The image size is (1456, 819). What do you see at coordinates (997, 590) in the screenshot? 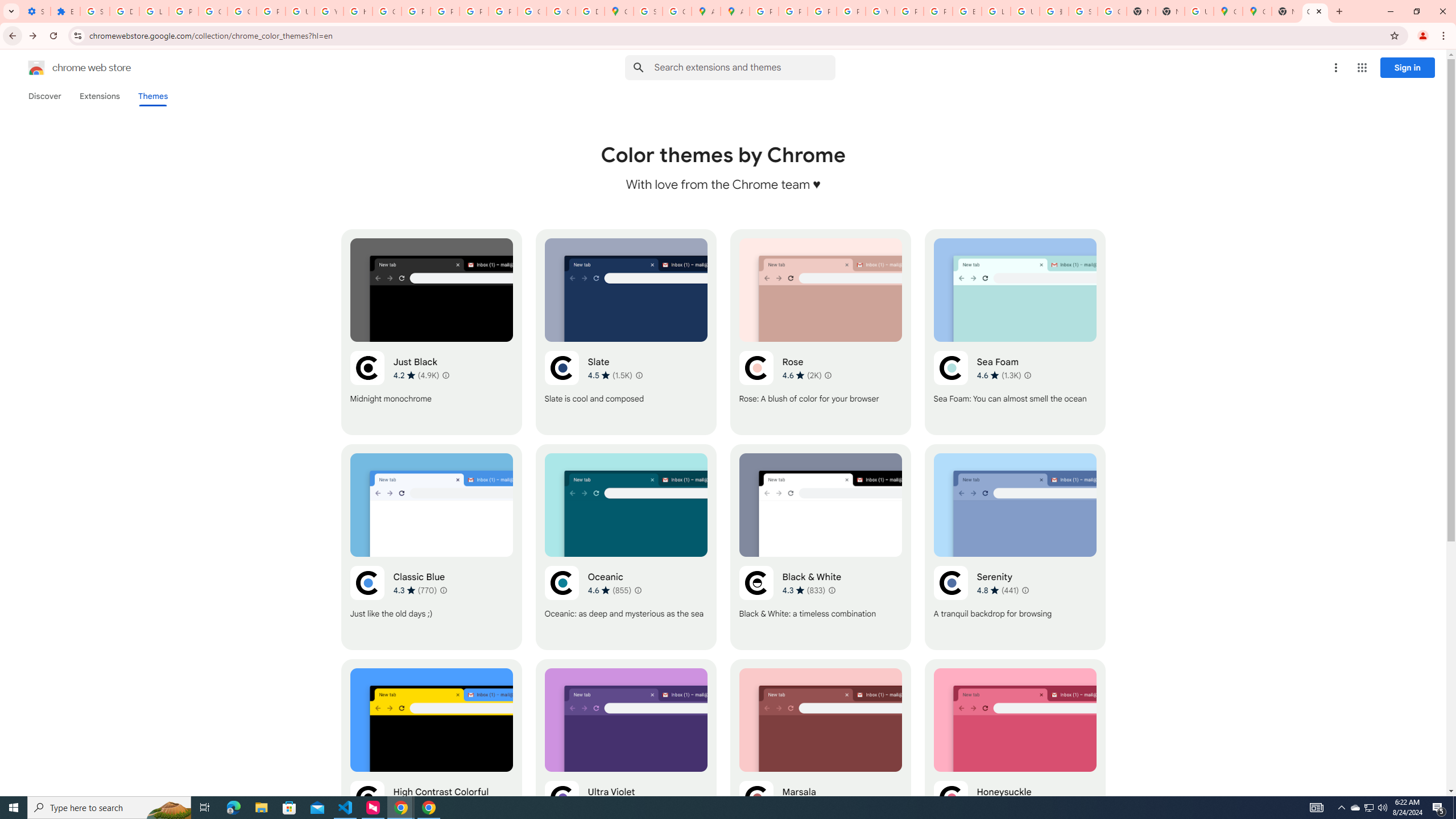
I see `'Average rating 4.8 out of 5 stars. 441 ratings.'` at bounding box center [997, 590].